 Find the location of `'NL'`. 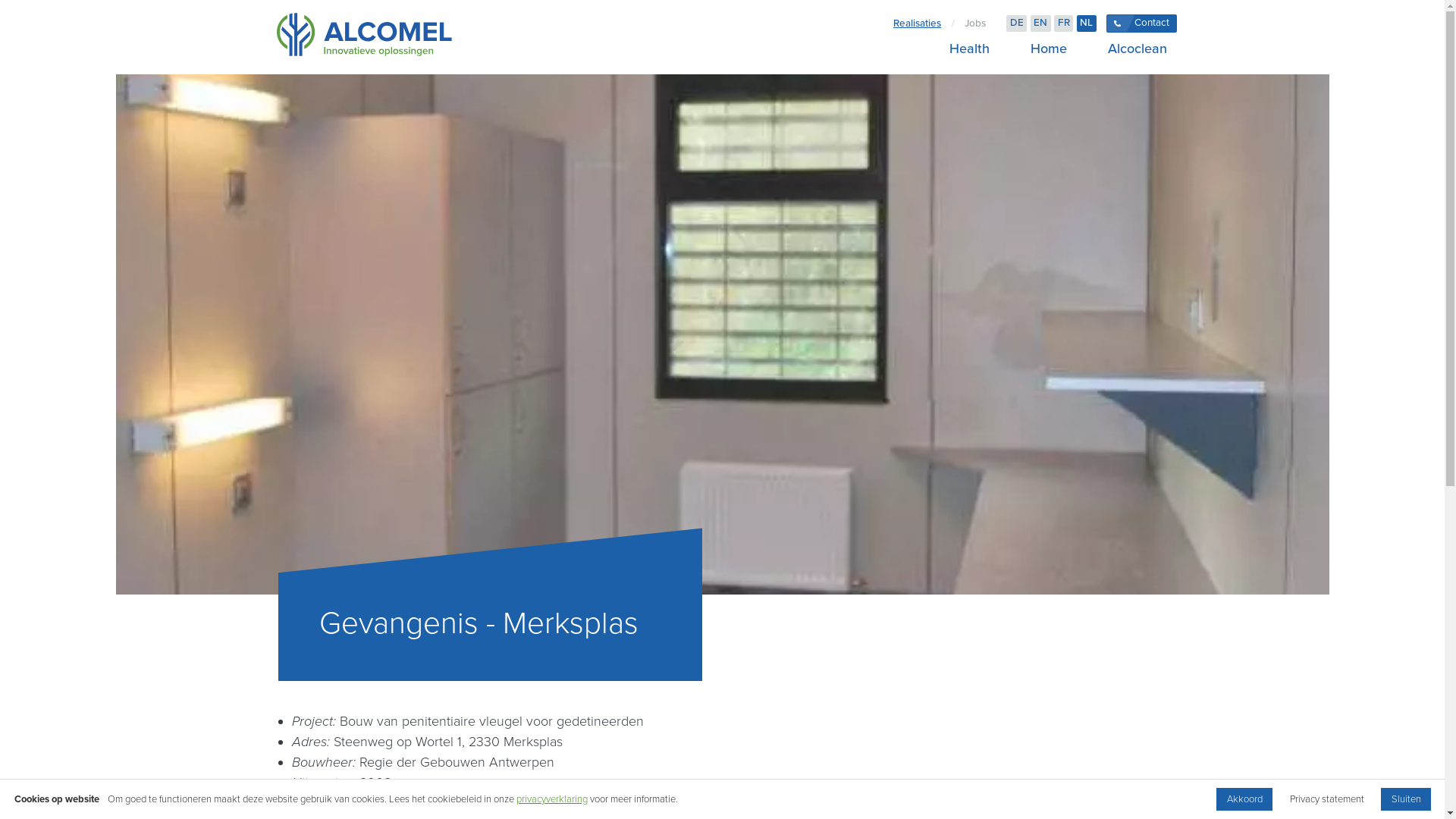

'NL' is located at coordinates (1076, 24).